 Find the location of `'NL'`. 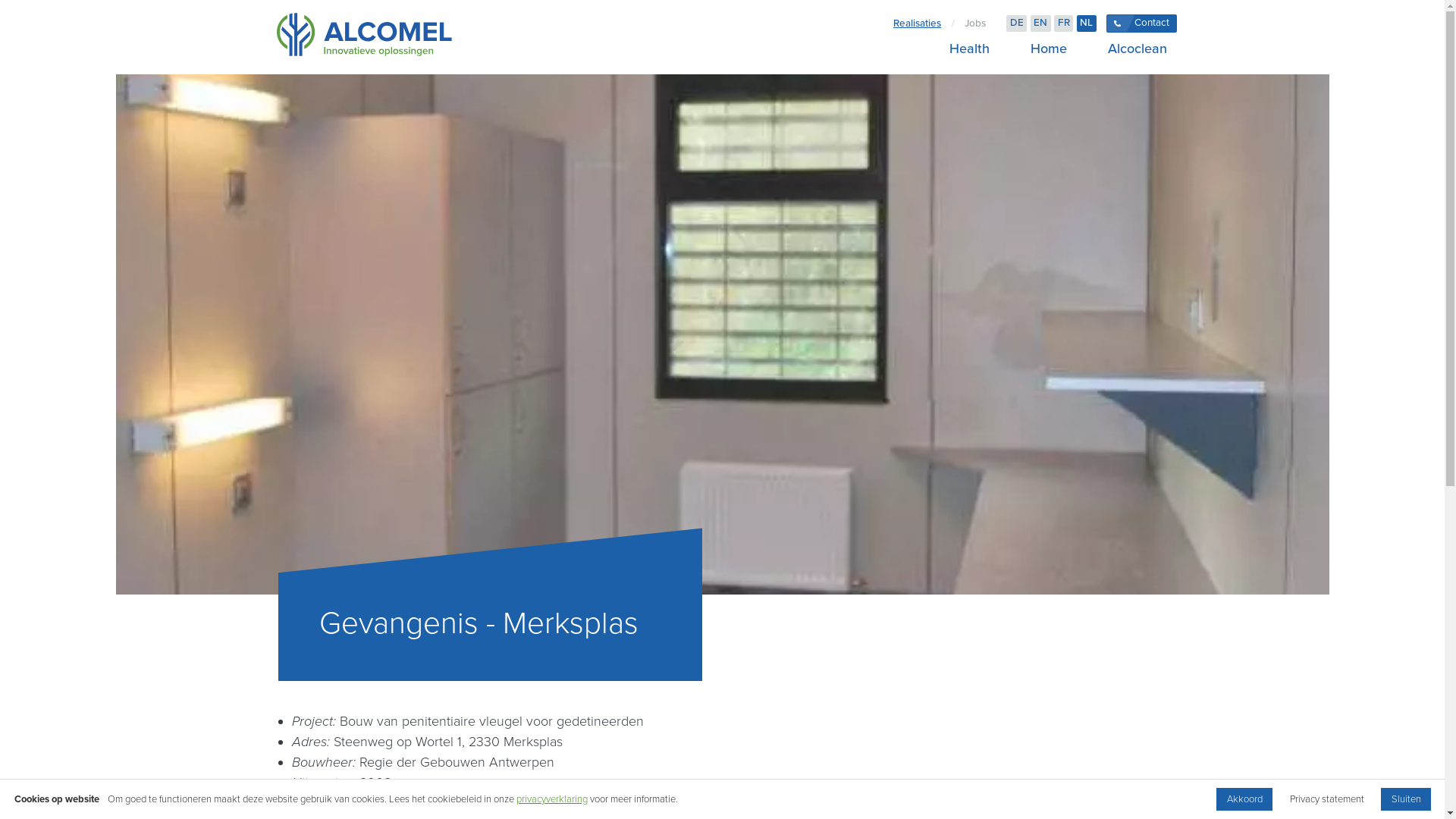

'NL' is located at coordinates (1076, 24).